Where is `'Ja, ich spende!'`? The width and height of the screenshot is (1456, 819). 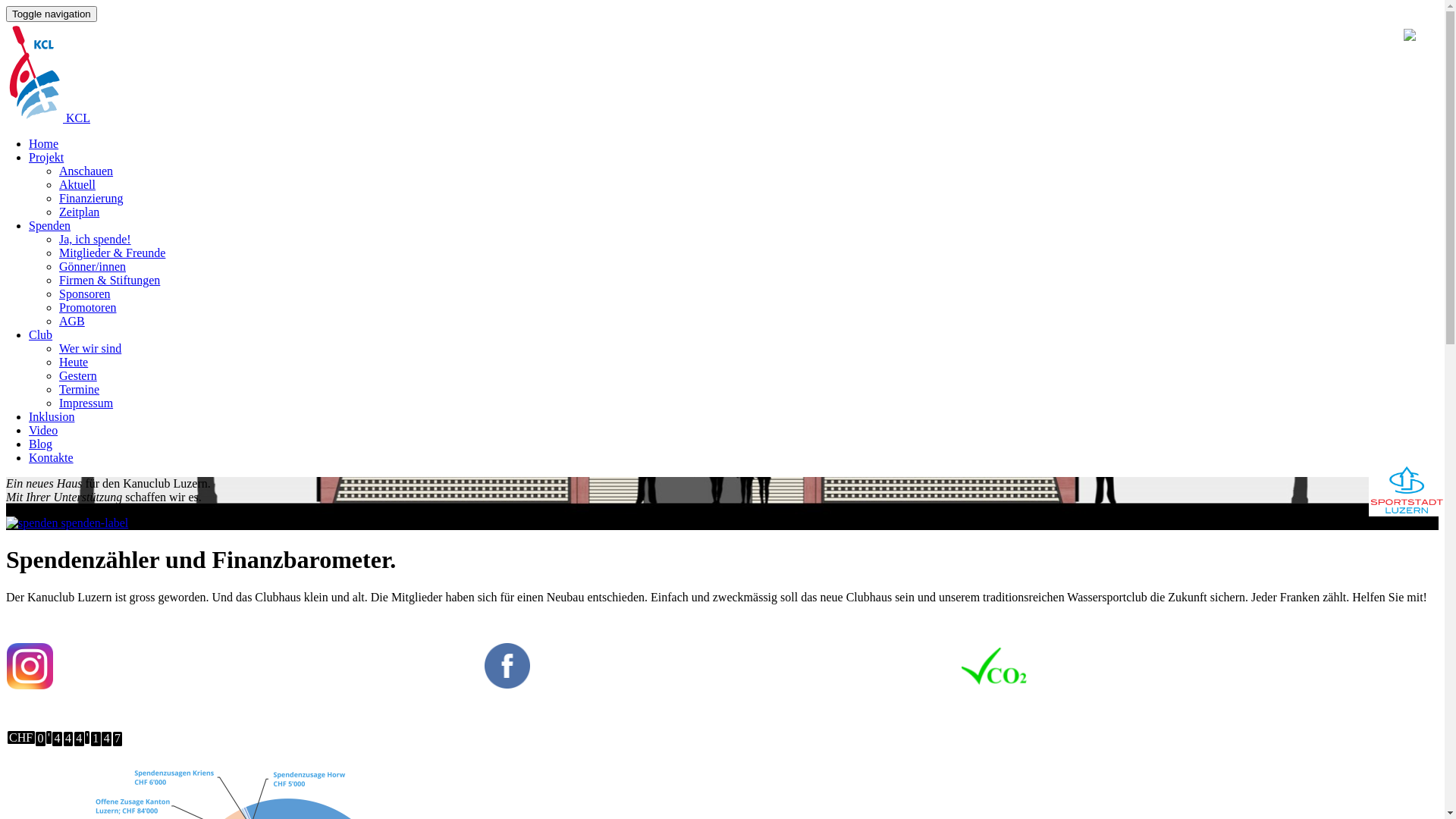
'Ja, ich spende!' is located at coordinates (94, 239).